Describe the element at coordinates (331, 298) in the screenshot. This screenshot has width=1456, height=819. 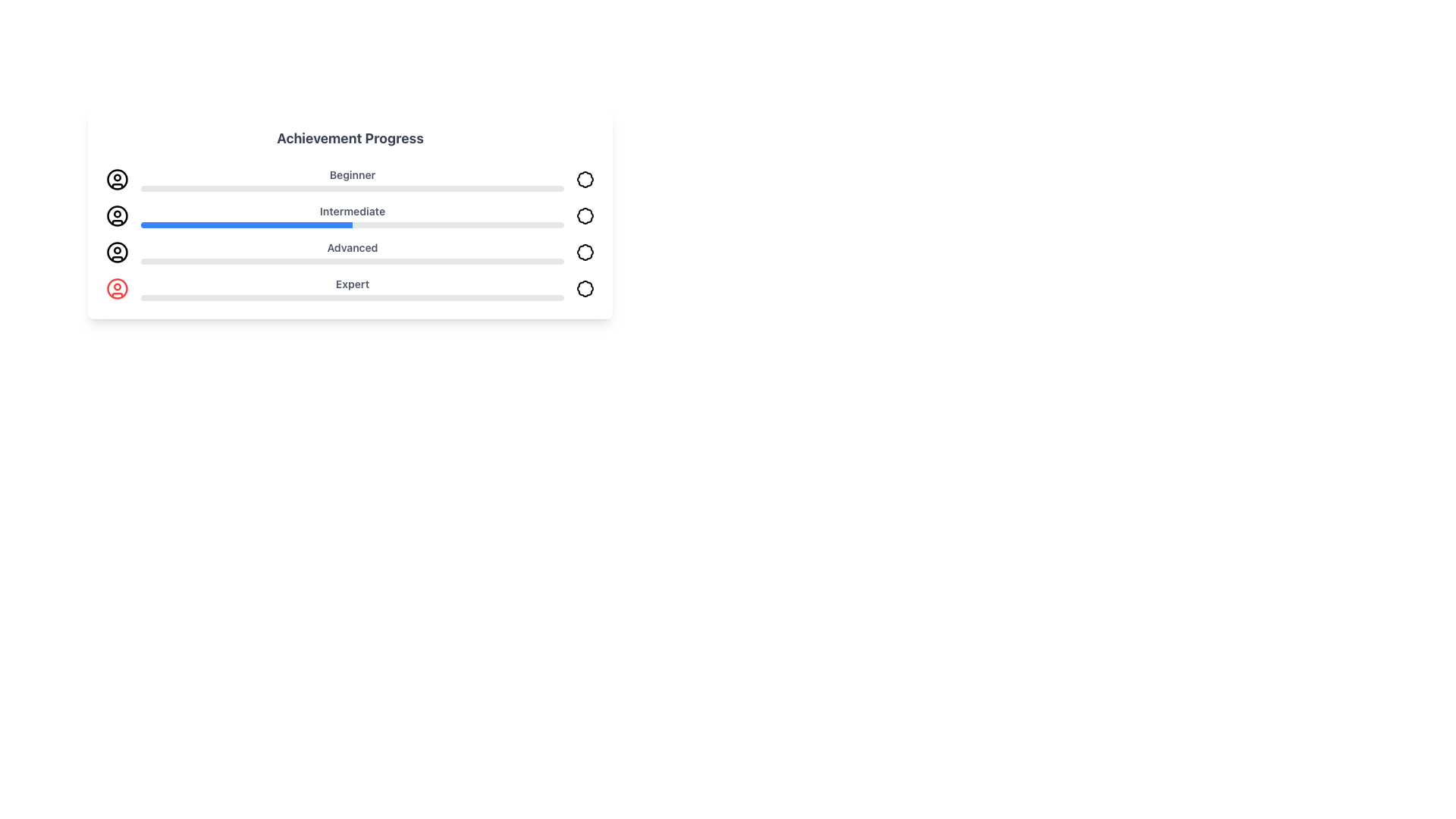
I see `the non-interactive progress bar representing the 'Expert' level, which is the fourth in a vertical sequence of similar progress bars` at that location.